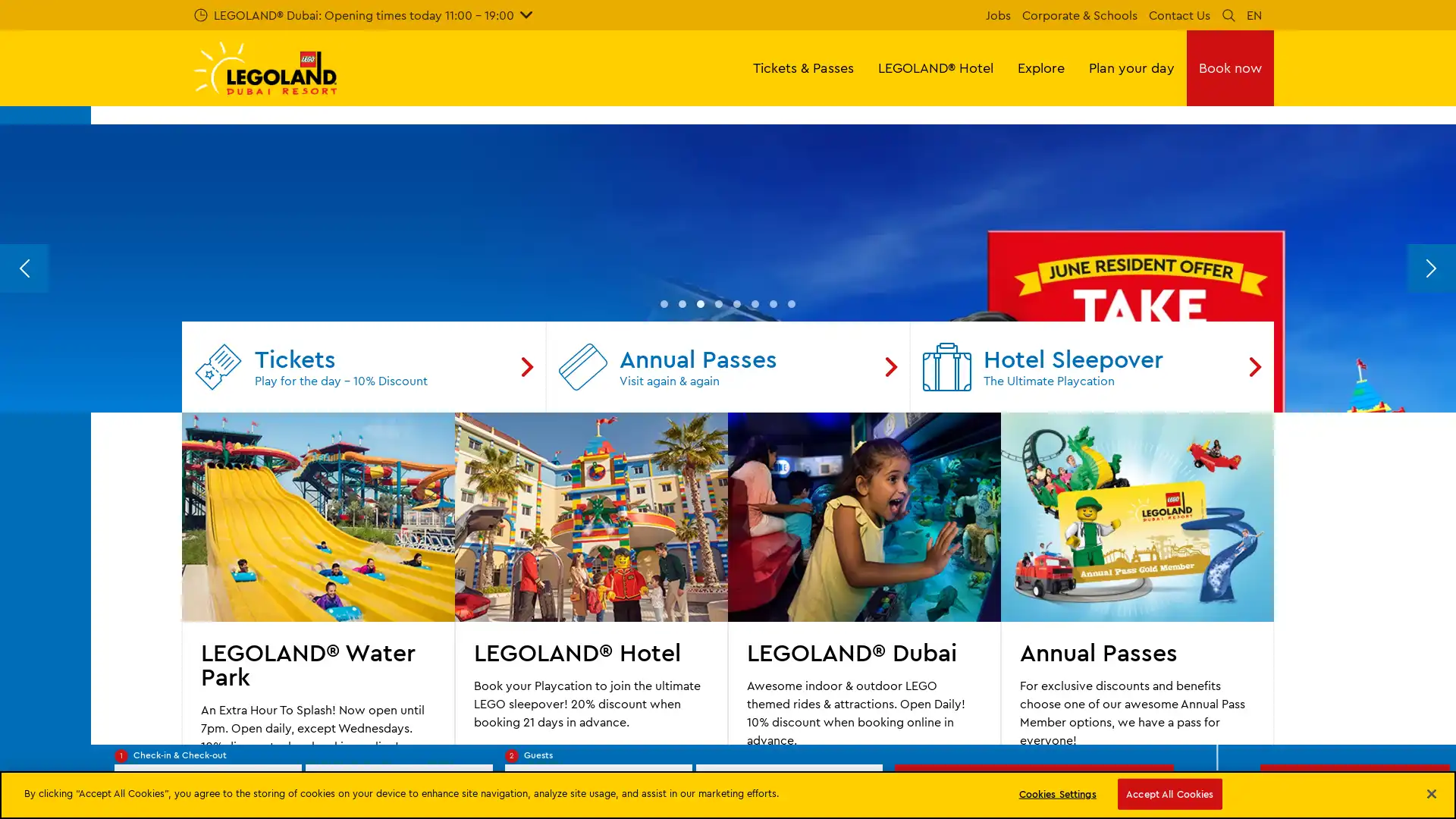 The width and height of the screenshot is (1456, 819). Describe the element at coordinates (1230, 67) in the screenshot. I see `Book now` at that location.